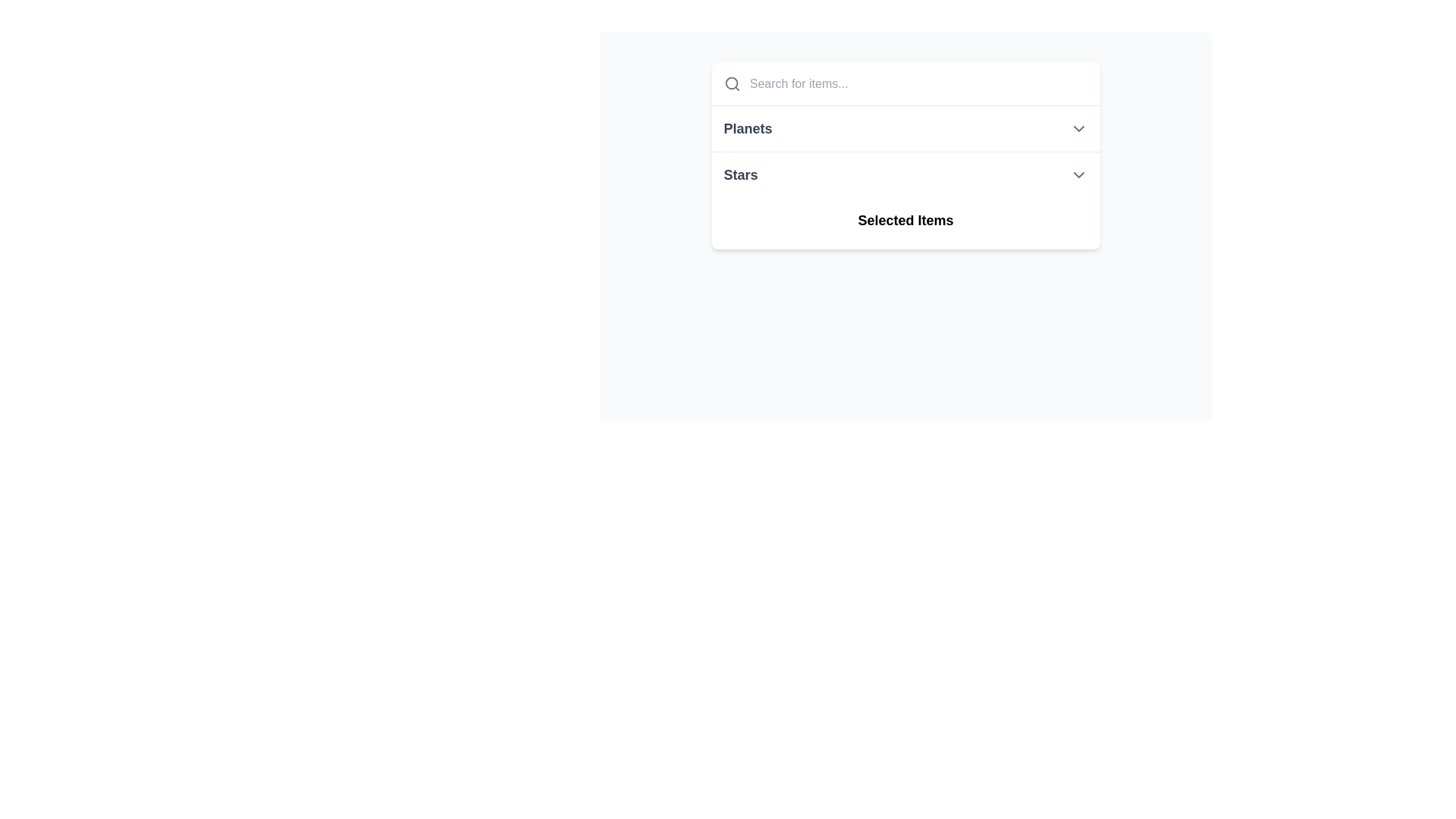  Describe the element at coordinates (905, 220) in the screenshot. I see `the 'Selected Items' label which is a large, bold text displayed on a white background, located in the lower portion of a dropdown section` at that location.